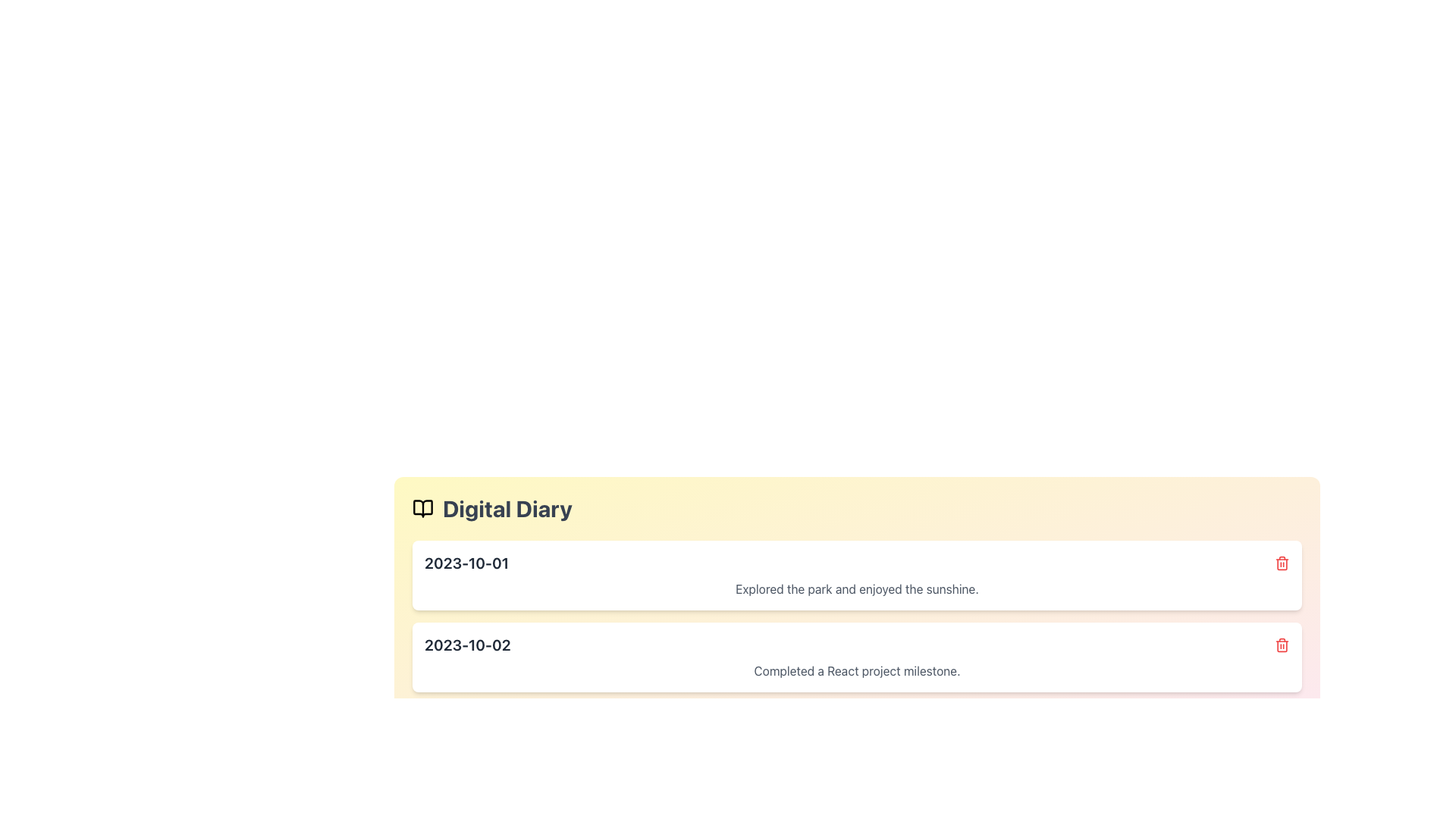  Describe the element at coordinates (1281, 646) in the screenshot. I see `the trash/delete icon located at the top right corner of the second diary entry row` at that location.